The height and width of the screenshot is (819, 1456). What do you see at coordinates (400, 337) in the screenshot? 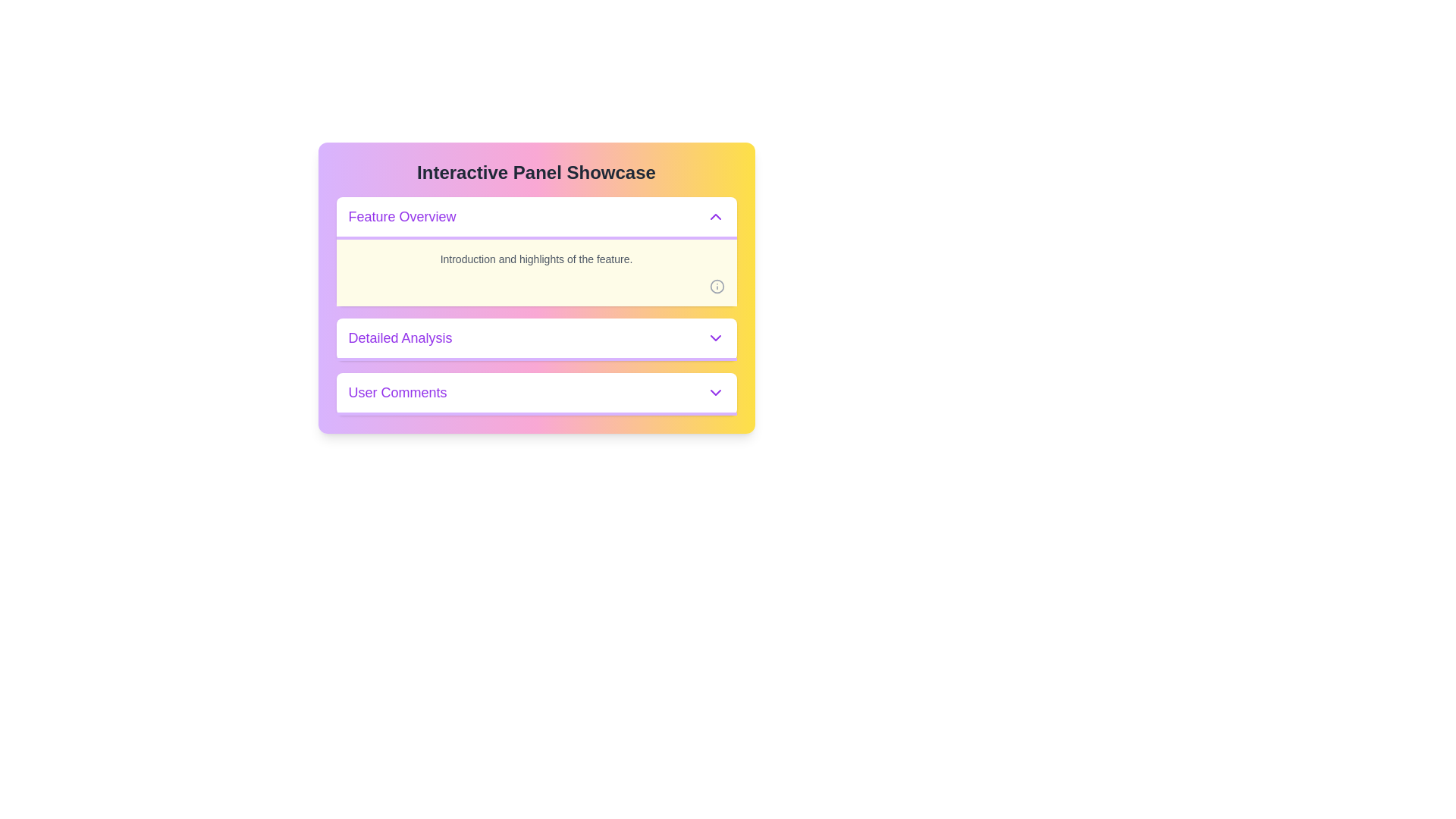
I see `the text element that serves as a label or title for a section, which is centrally aligned and located between 'Feature Overview' and 'User Comments'` at bounding box center [400, 337].